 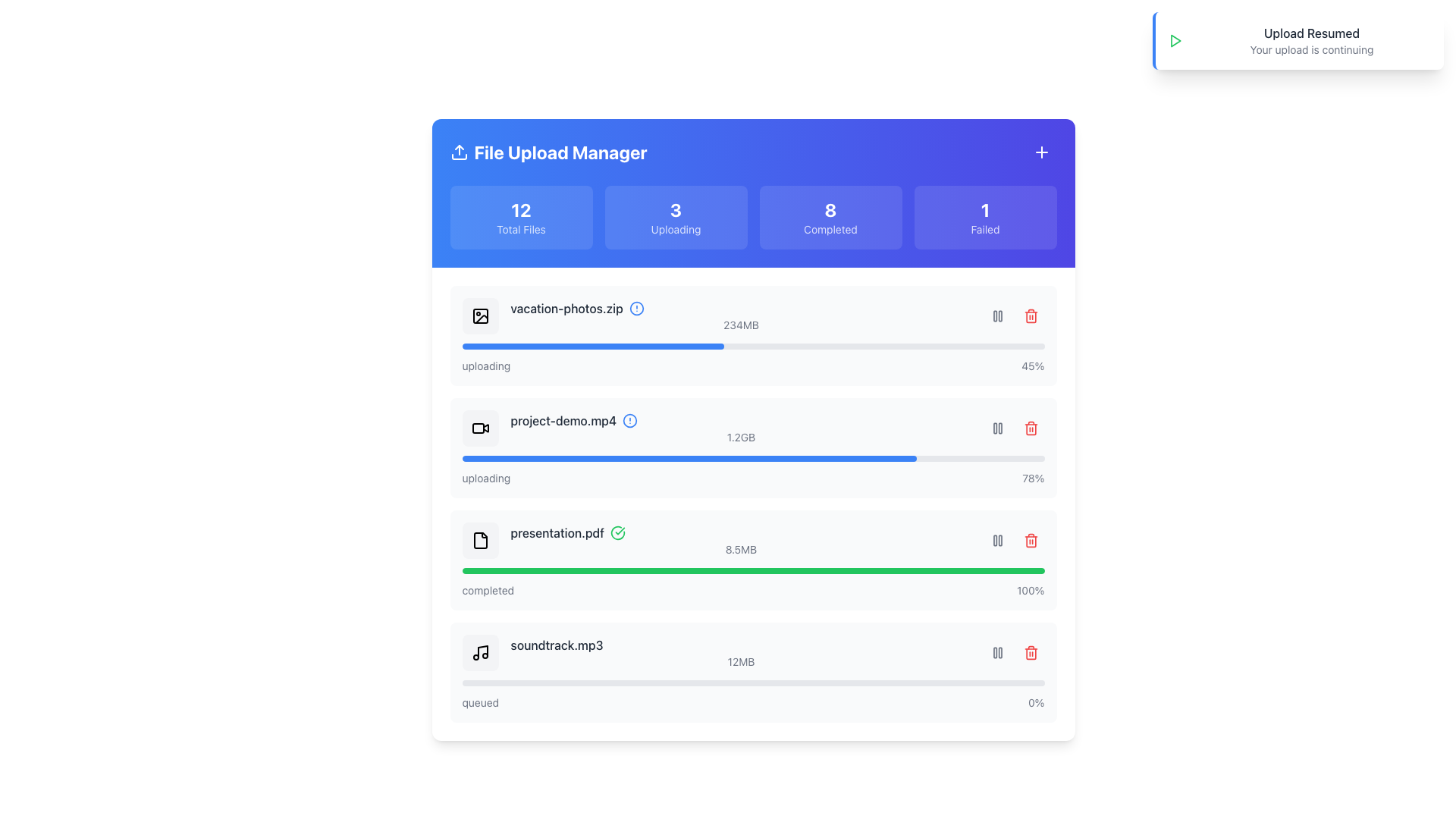 I want to click on the file type icon representing 'presentation.pdf', so click(x=479, y=540).